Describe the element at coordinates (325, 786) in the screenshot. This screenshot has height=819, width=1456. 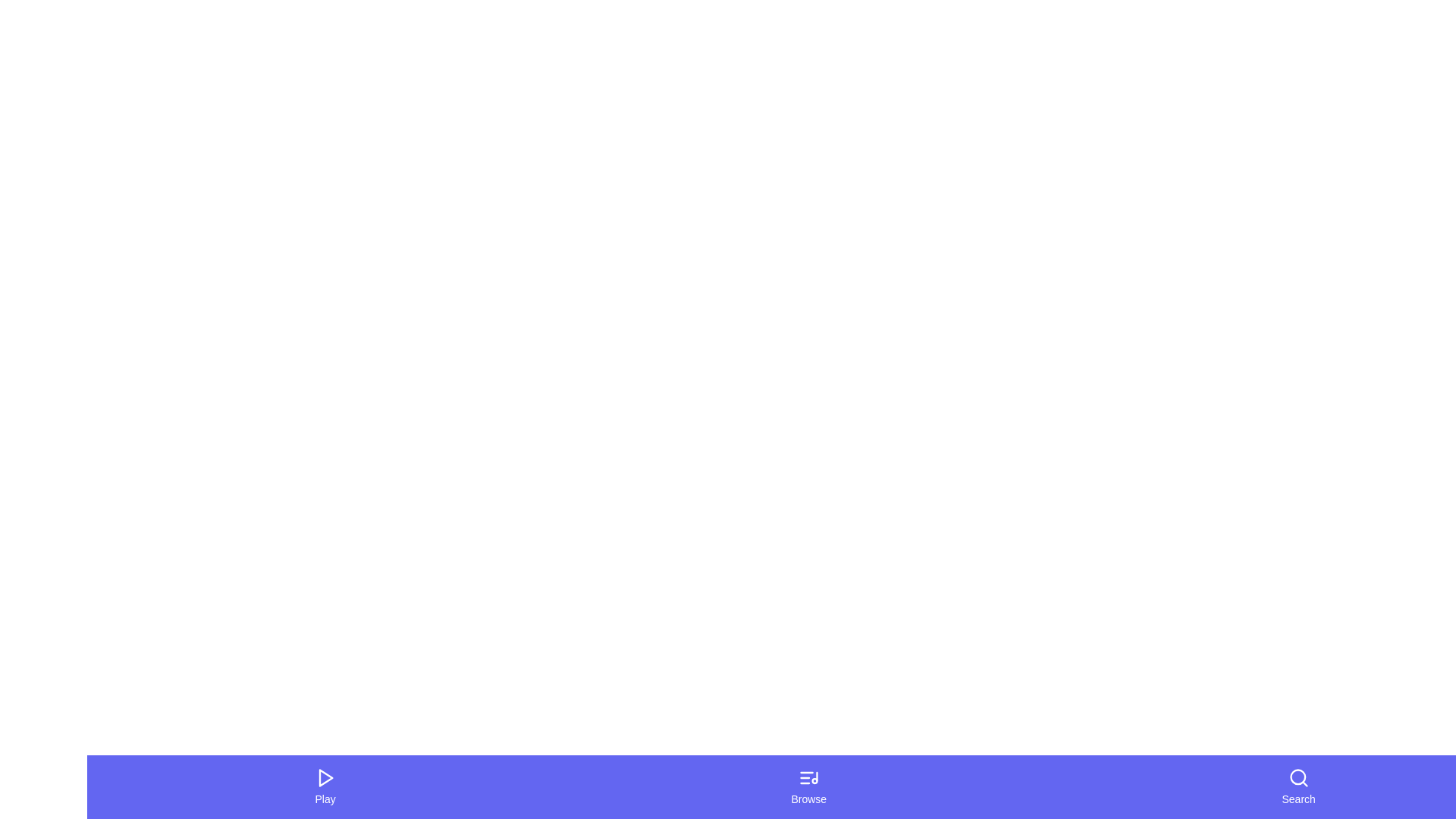
I see `the Play tab in the bottom navigation bar` at that location.